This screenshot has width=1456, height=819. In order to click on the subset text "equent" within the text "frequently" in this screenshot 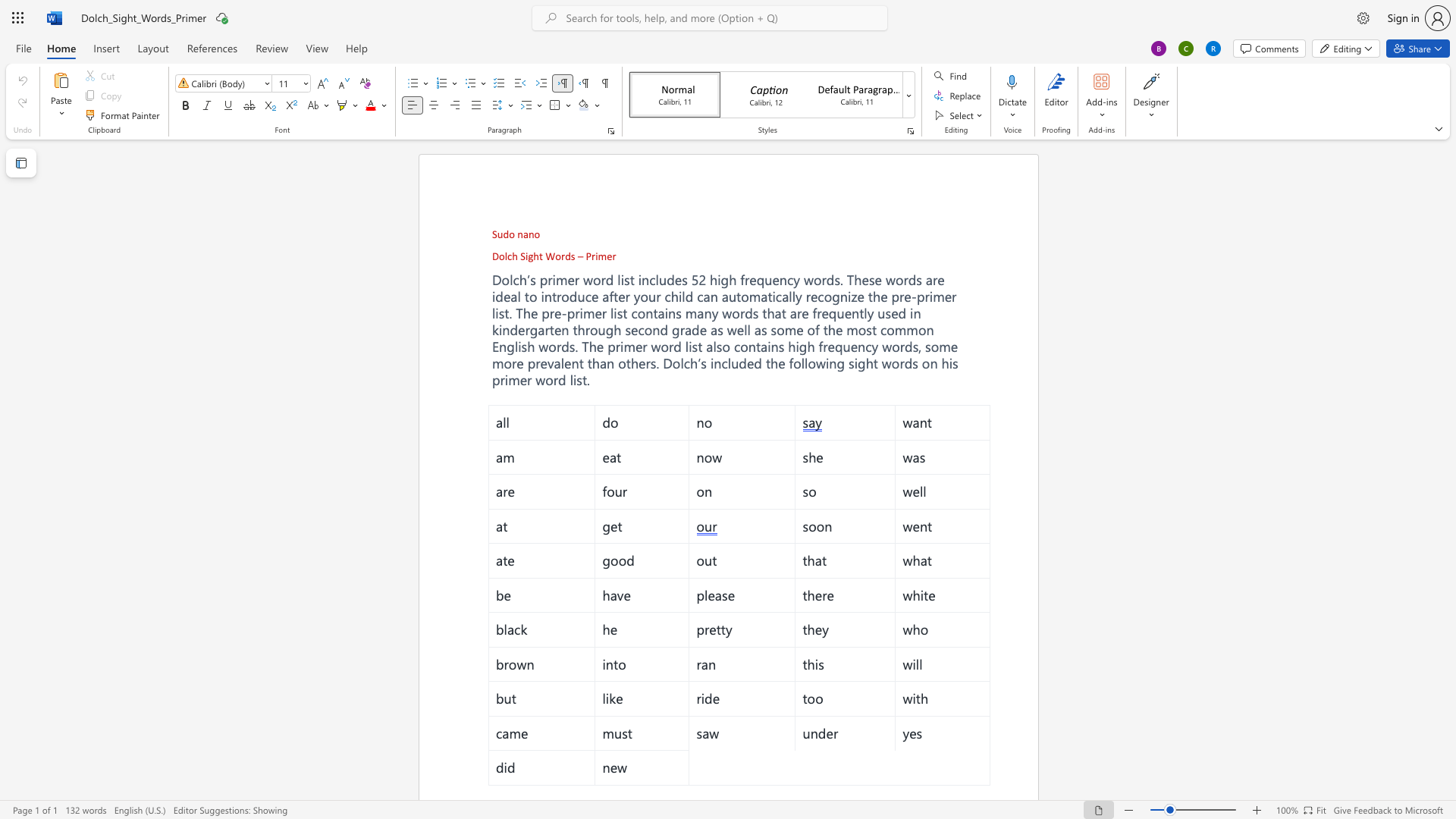, I will do `click(821, 312)`.